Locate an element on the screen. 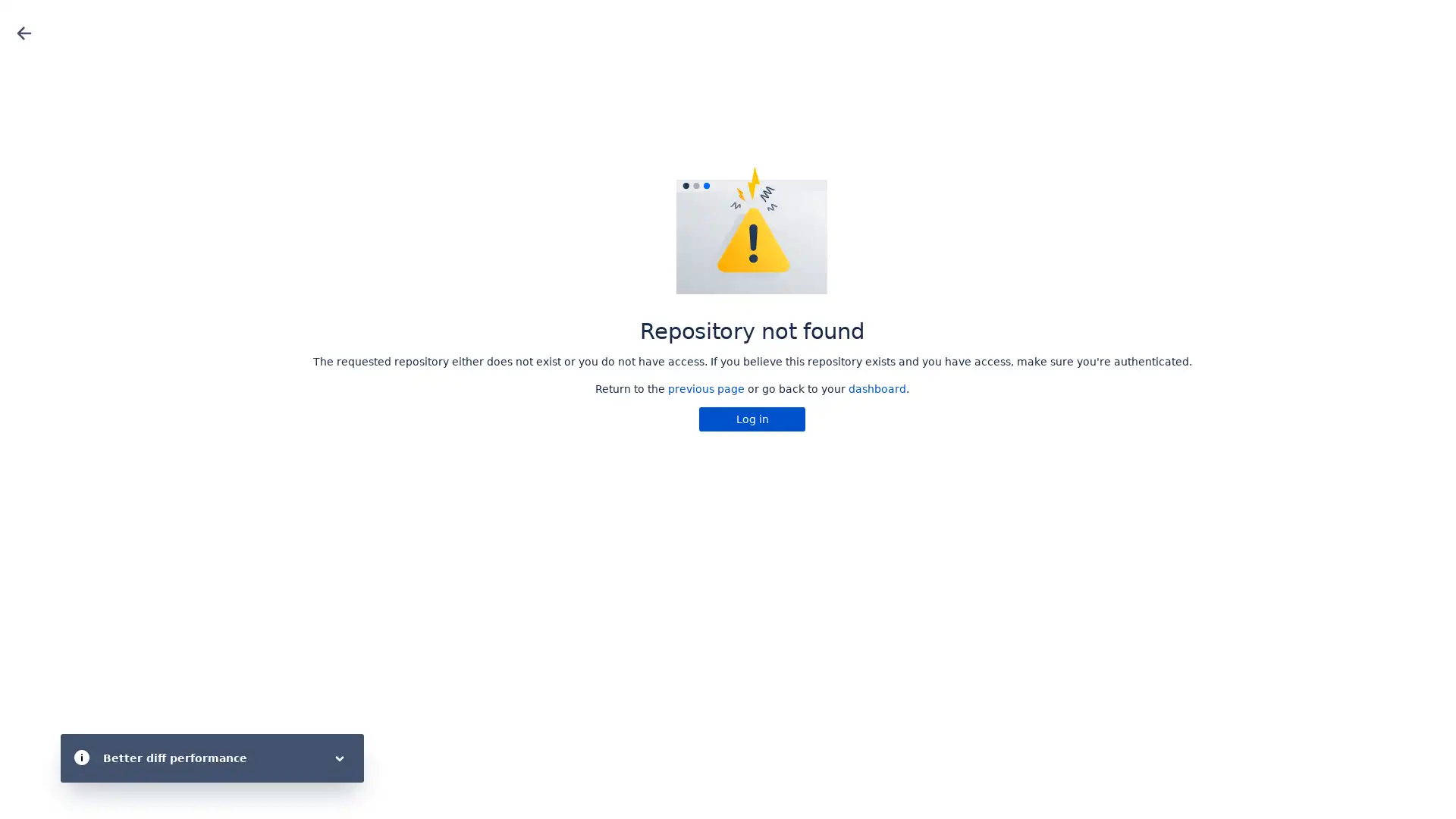  Toggle flag body is located at coordinates (338, 758).